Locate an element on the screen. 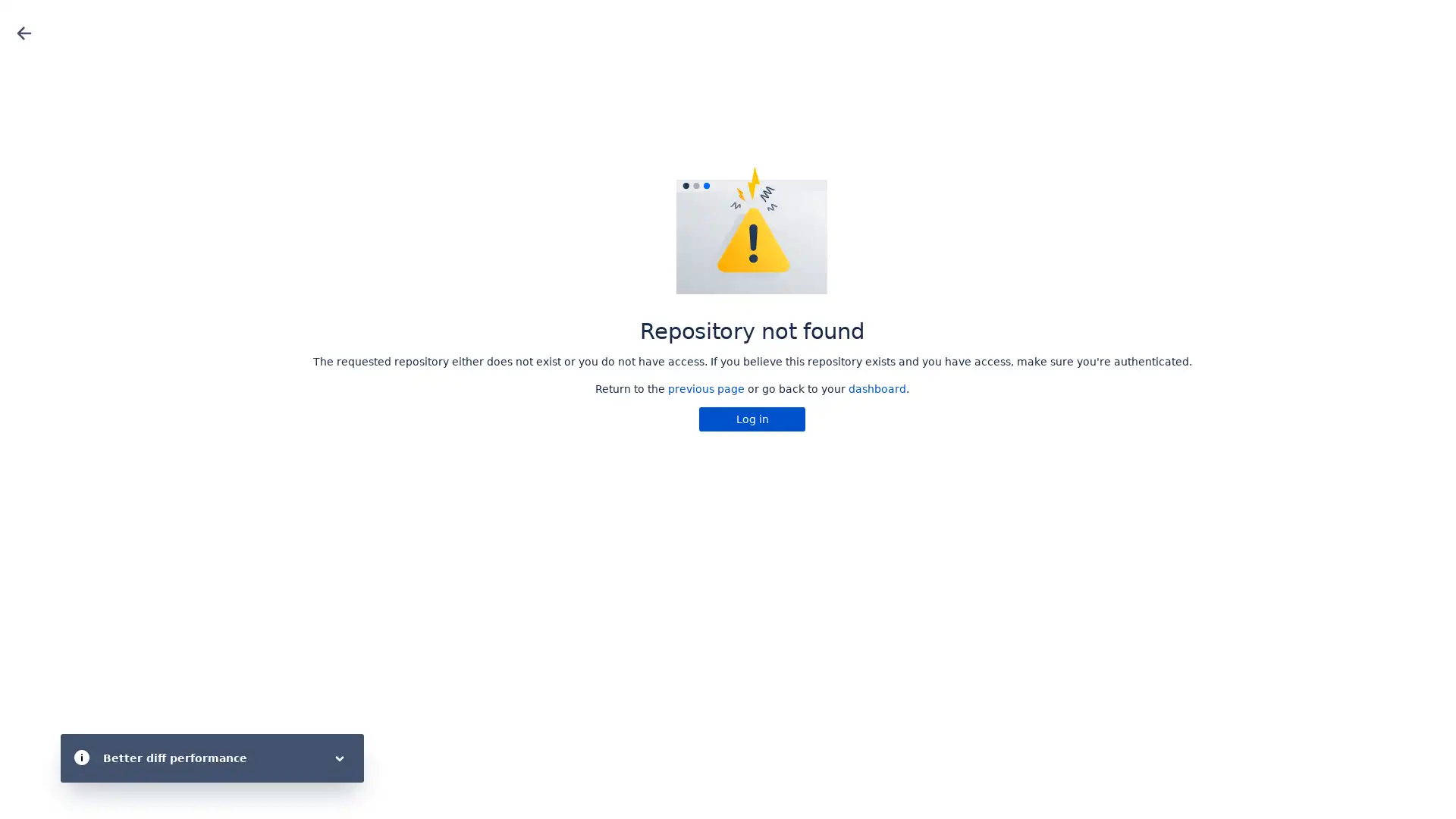  Toggle flag body is located at coordinates (338, 758).